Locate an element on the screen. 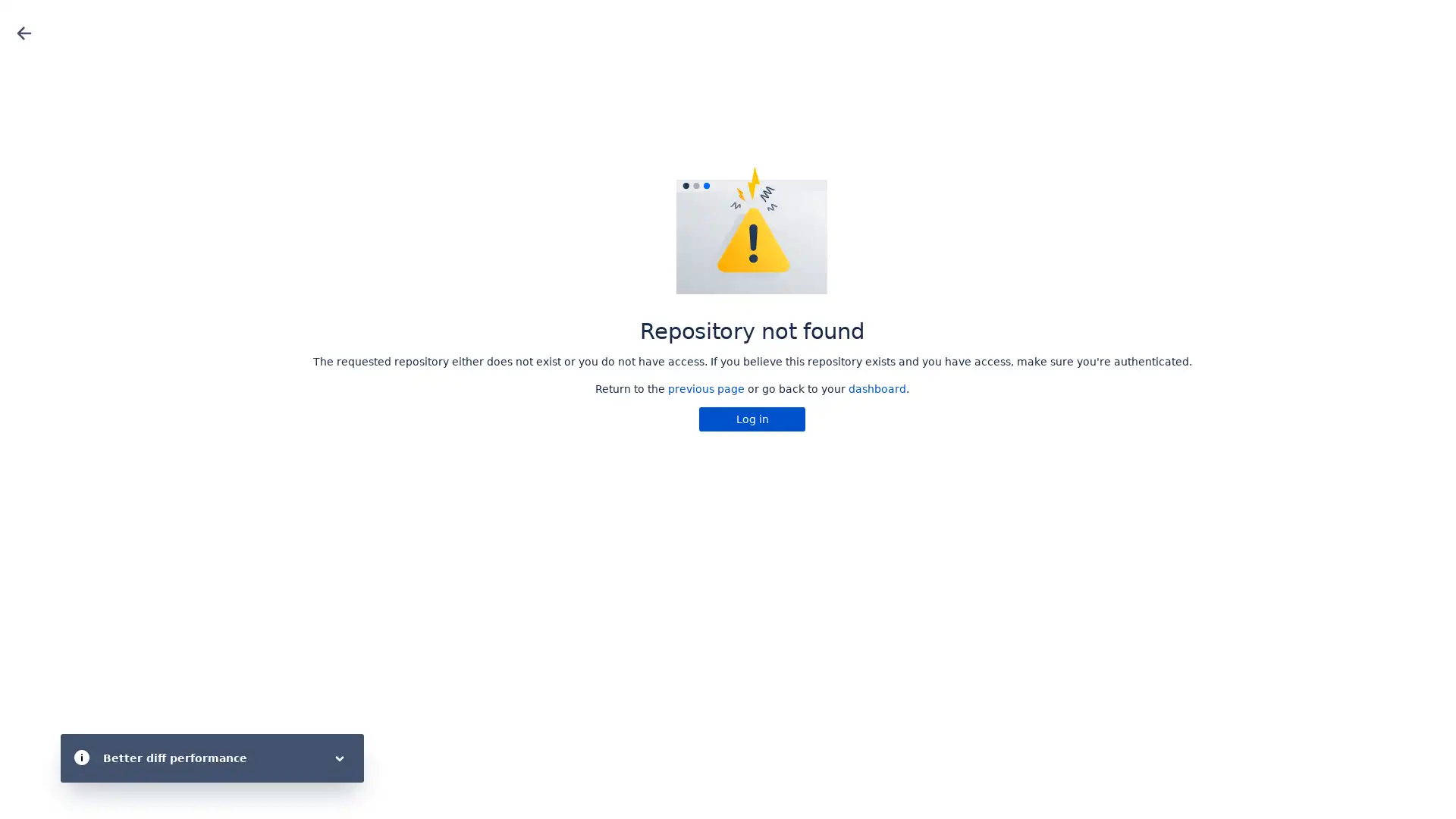  Toggle flag body is located at coordinates (338, 758).